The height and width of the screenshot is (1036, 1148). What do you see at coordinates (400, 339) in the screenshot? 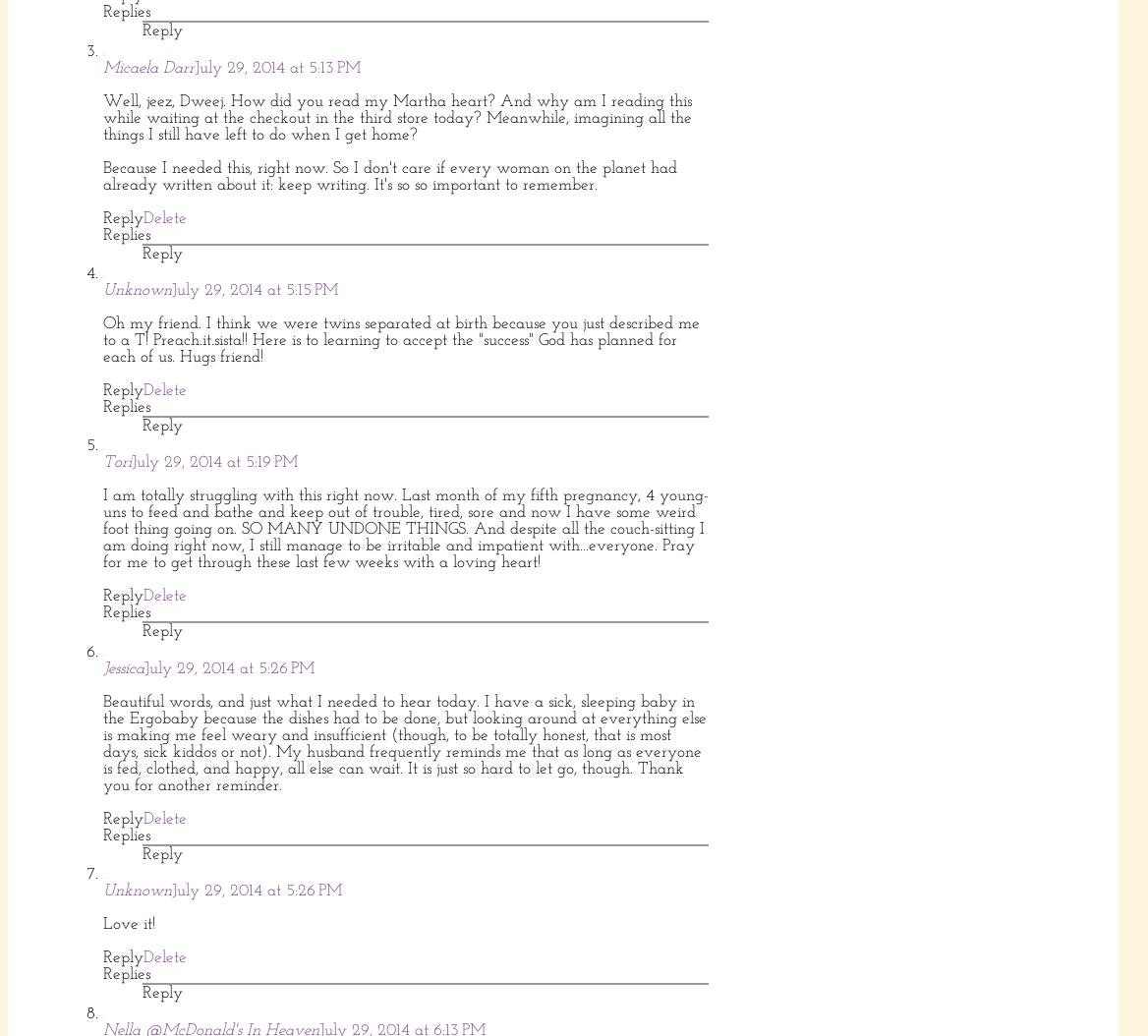
I see `'Oh my friend. I think we were twins separated at birth because you just described me to a T! Preach.it.sista!! Here is to learning to accept the "success" God has planned for each of us. Hugs friend!'` at bounding box center [400, 339].